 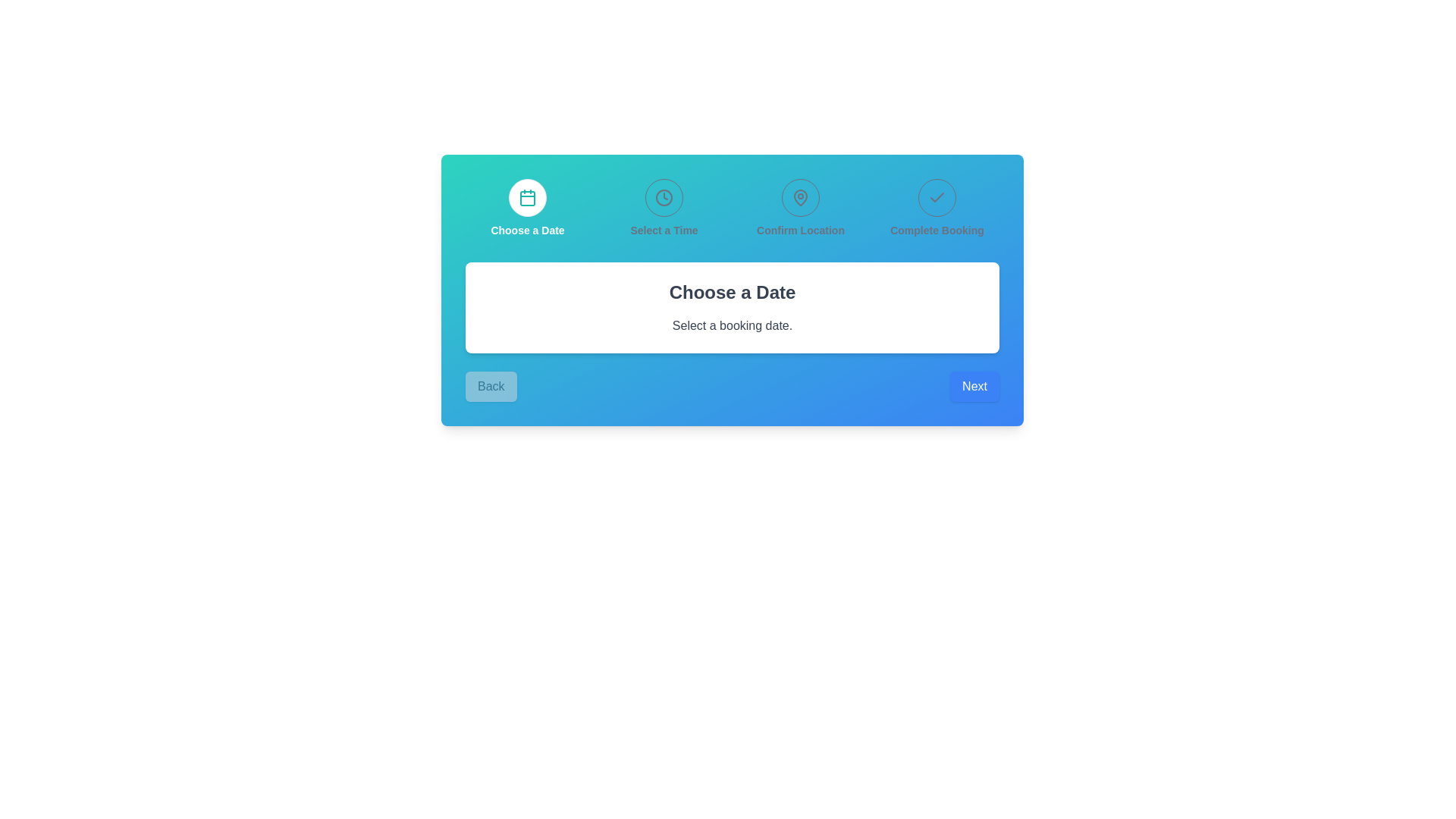 What do you see at coordinates (800, 208) in the screenshot?
I see `the 'Confirm Location' indicator with a location pin icon` at bounding box center [800, 208].